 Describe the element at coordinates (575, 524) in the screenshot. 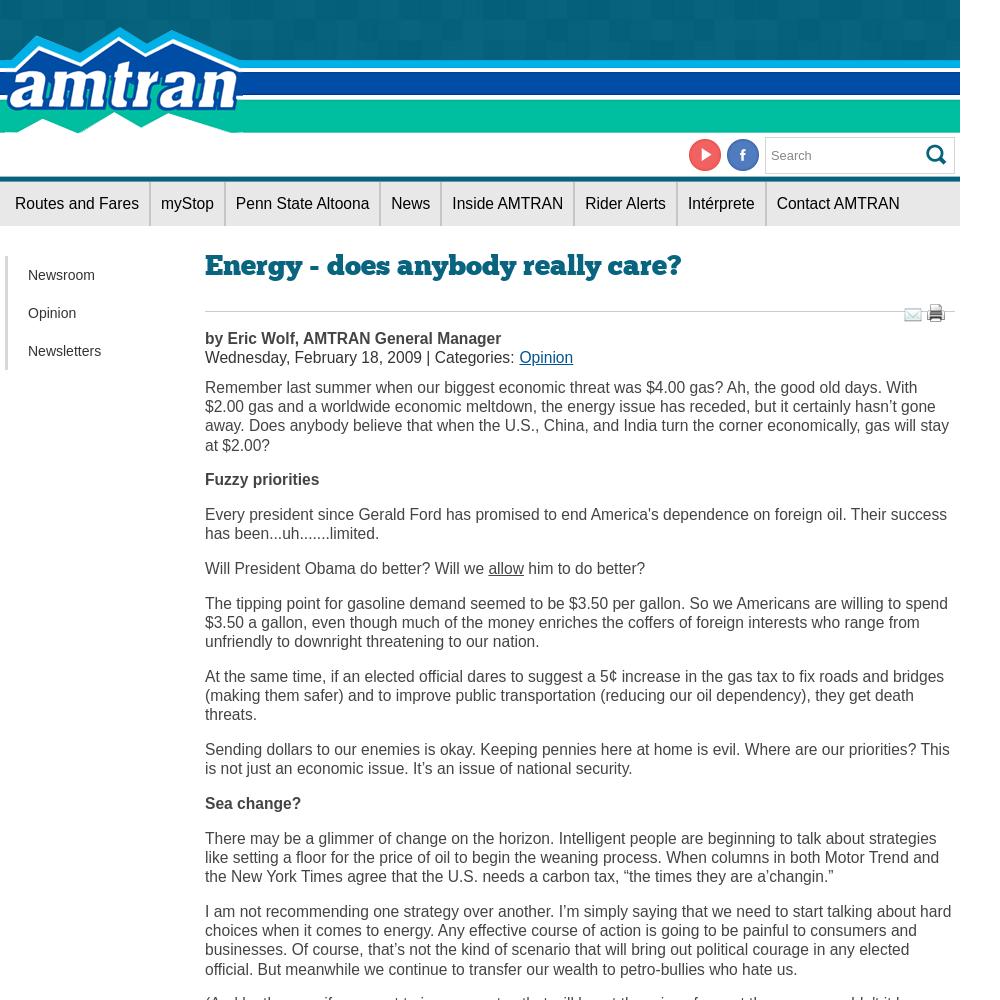

I see `'Every president since Gerald Ford has promised to end America's dependence on foreign oil. Their success has been...uh.......limited.'` at that location.